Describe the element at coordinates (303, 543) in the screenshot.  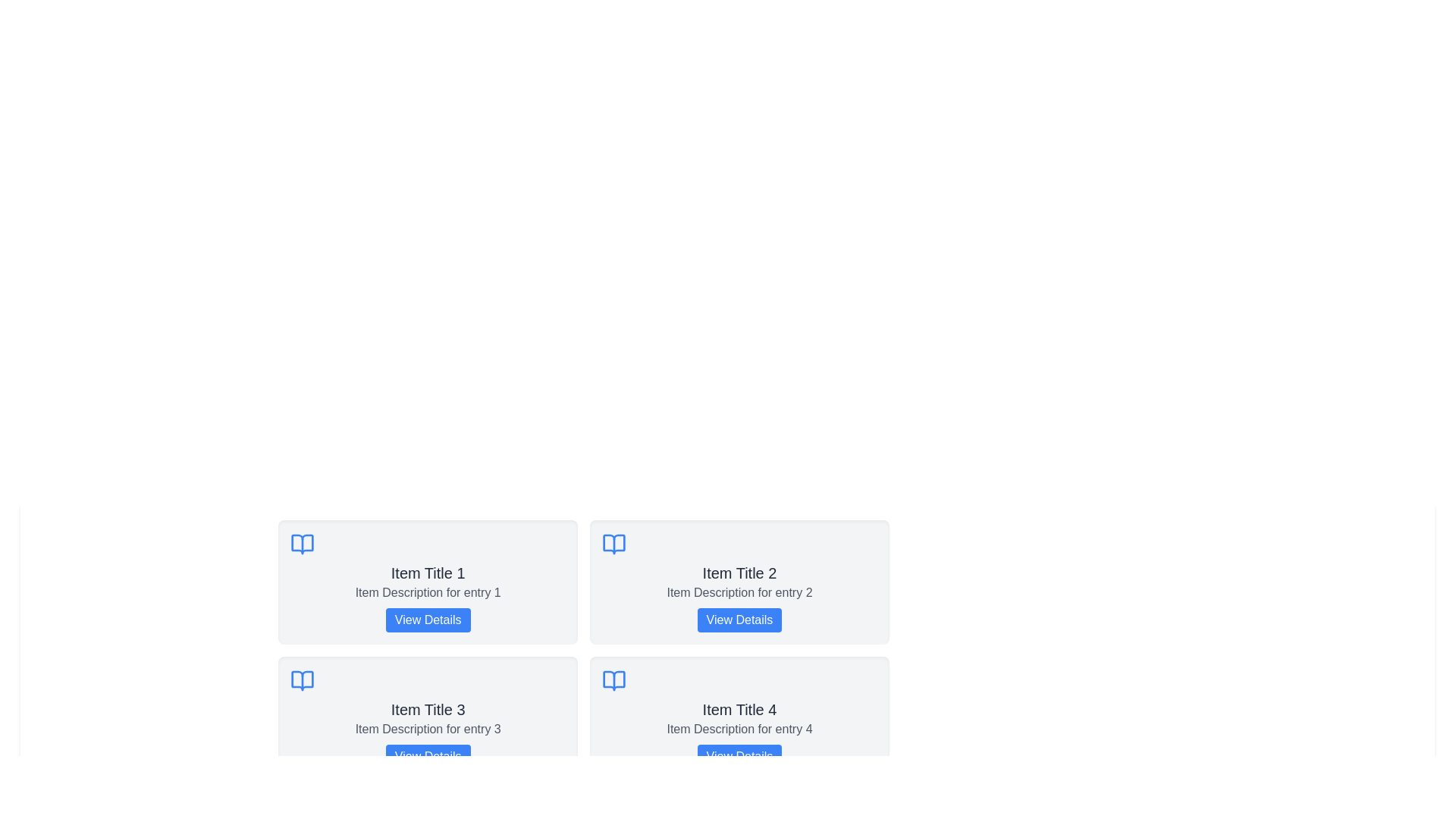
I see `the icon located at the top-left corner of the card that contains 'Item Title 1', which serves as a visual indicator related to books or literature` at that location.